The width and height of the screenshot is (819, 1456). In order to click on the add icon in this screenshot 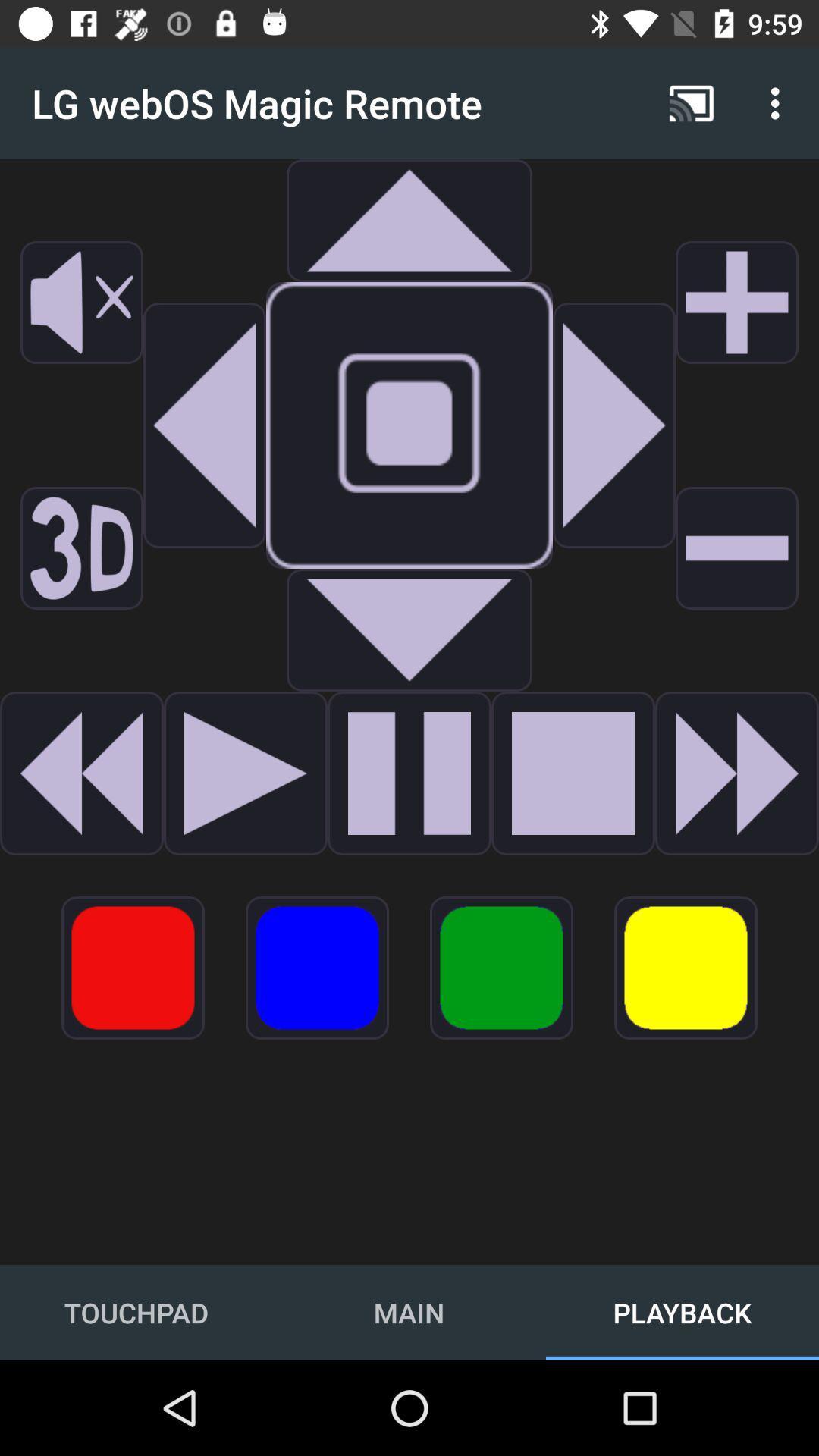, I will do `click(736, 302)`.